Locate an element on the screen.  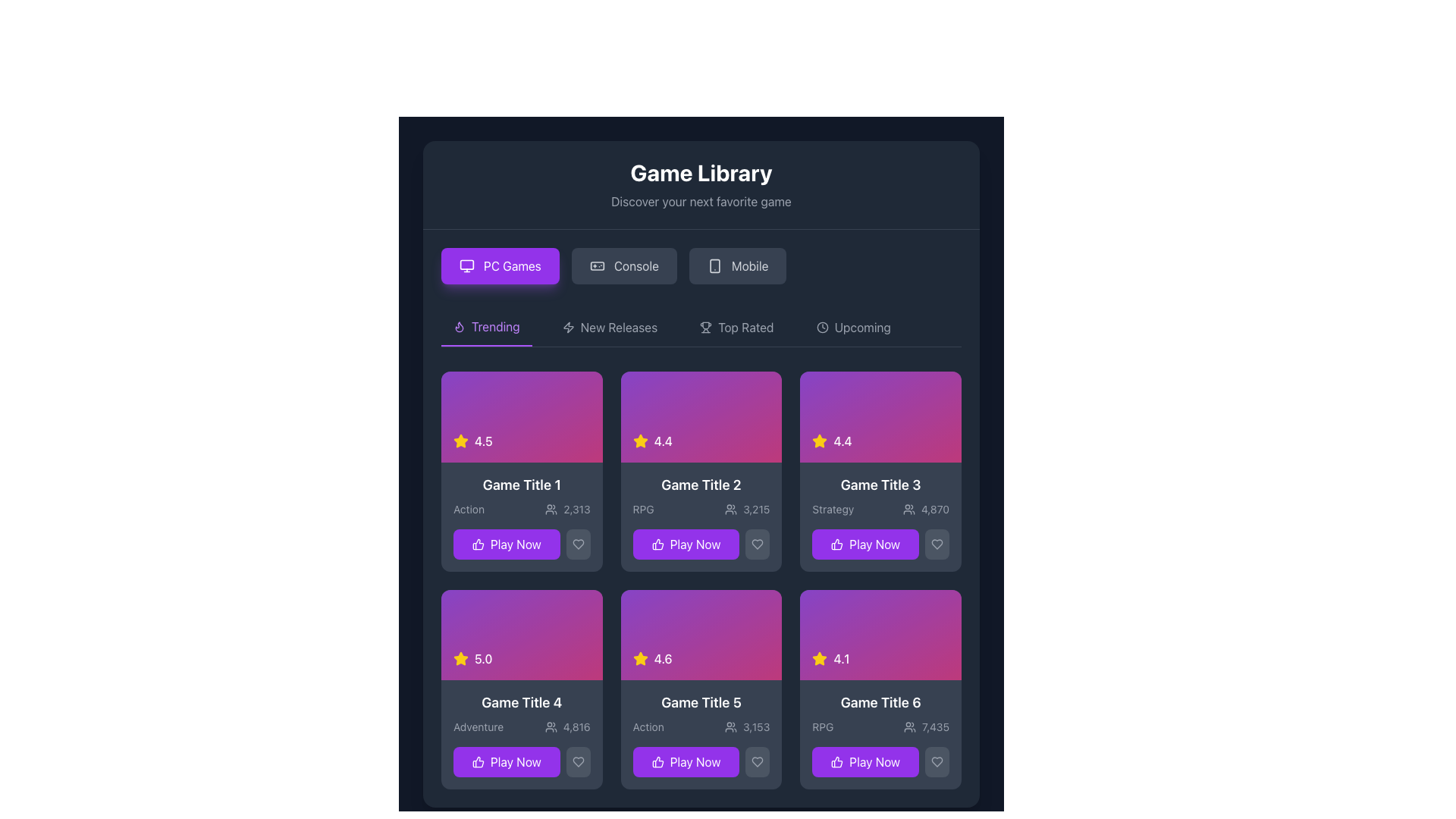
the button located in the second column of the first row of the game card grid is located at coordinates (685, 543).